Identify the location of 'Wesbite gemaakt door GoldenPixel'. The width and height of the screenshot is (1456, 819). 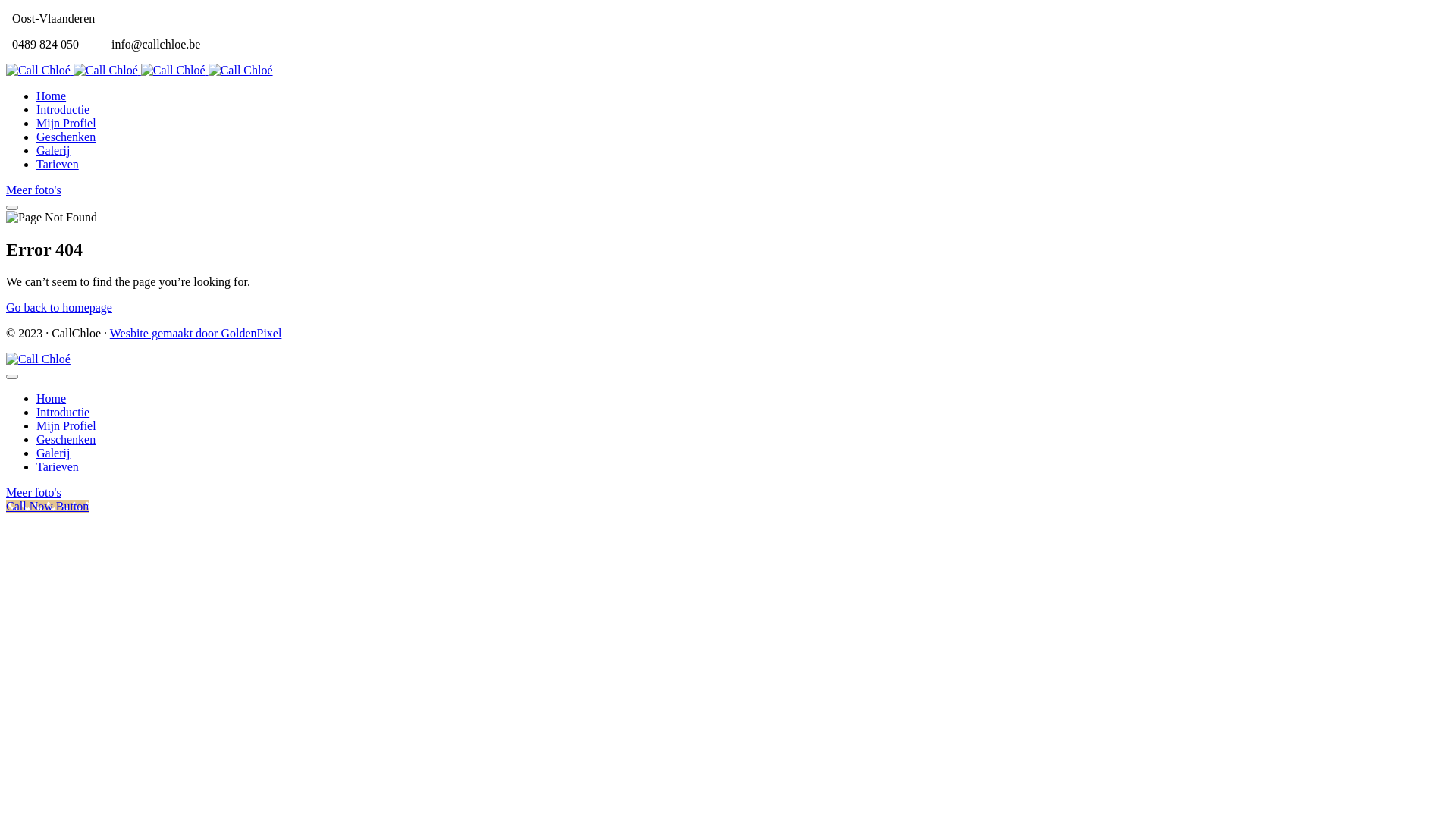
(195, 332).